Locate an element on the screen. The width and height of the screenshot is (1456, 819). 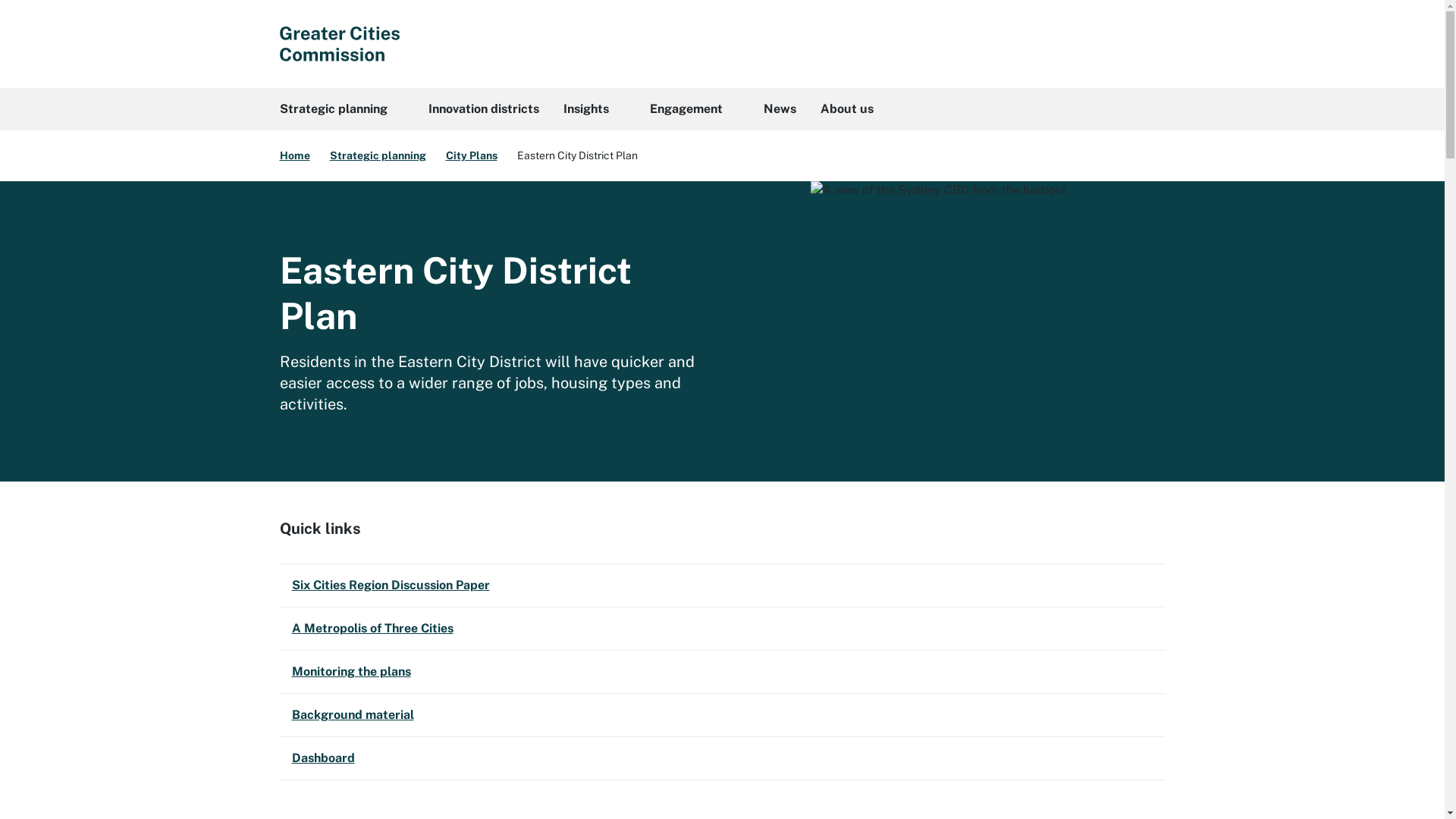
'Background material' is located at coordinates (279, 714).